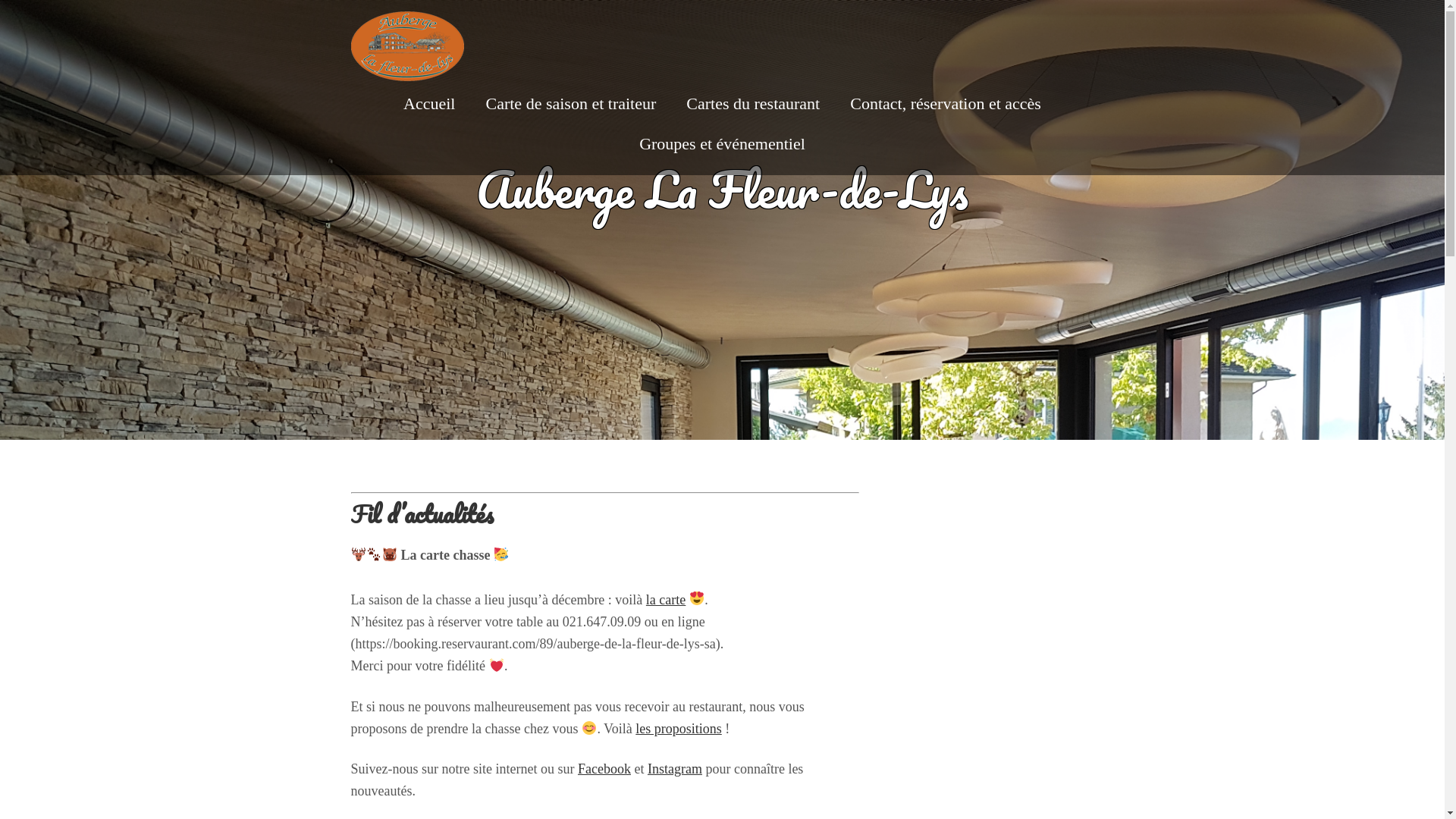 The height and width of the screenshot is (819, 1456). Describe the element at coordinates (570, 102) in the screenshot. I see `'Carte de saison et traiteur'` at that location.